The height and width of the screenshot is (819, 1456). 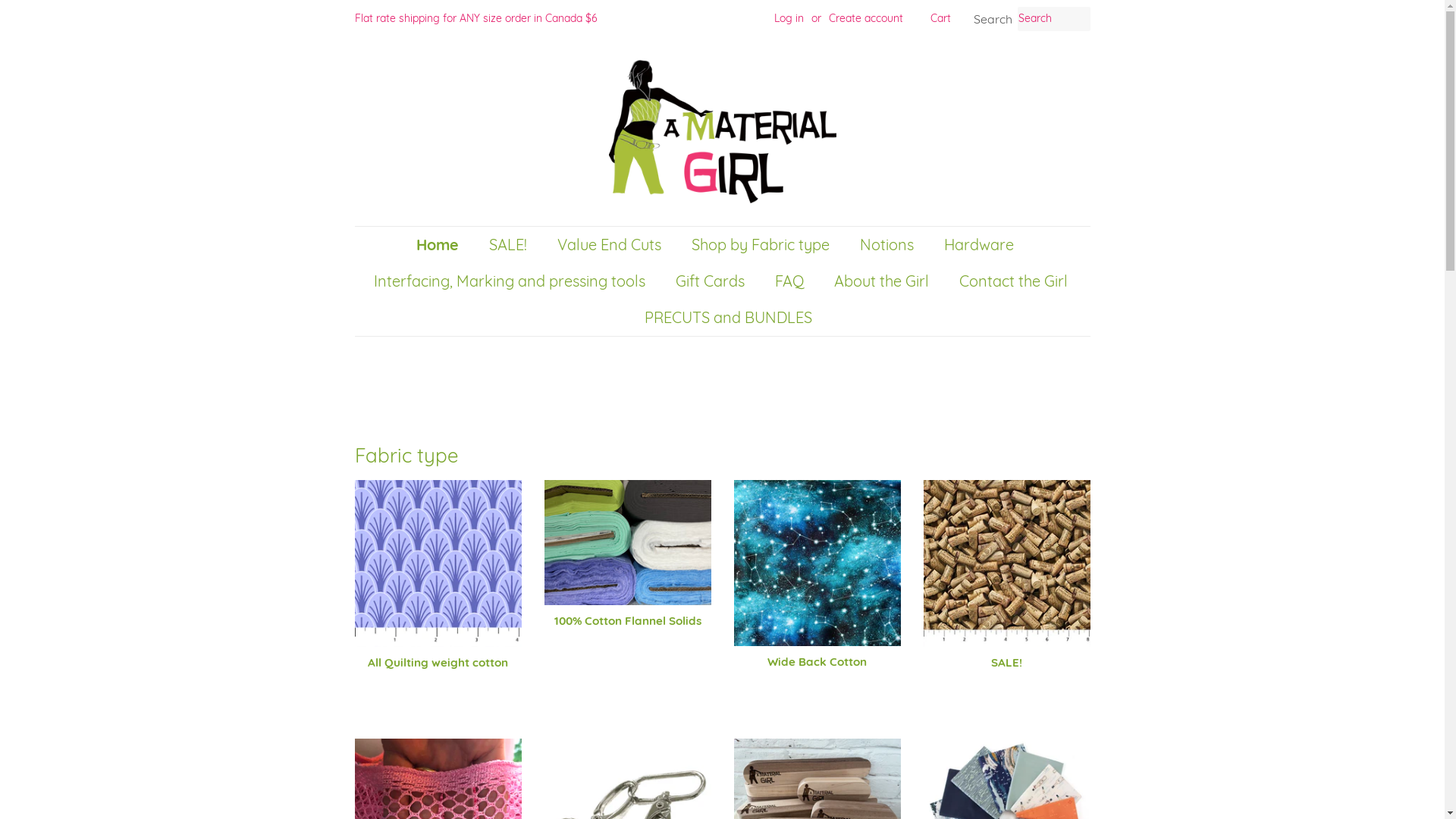 I want to click on 'Search', so click(x=993, y=19).